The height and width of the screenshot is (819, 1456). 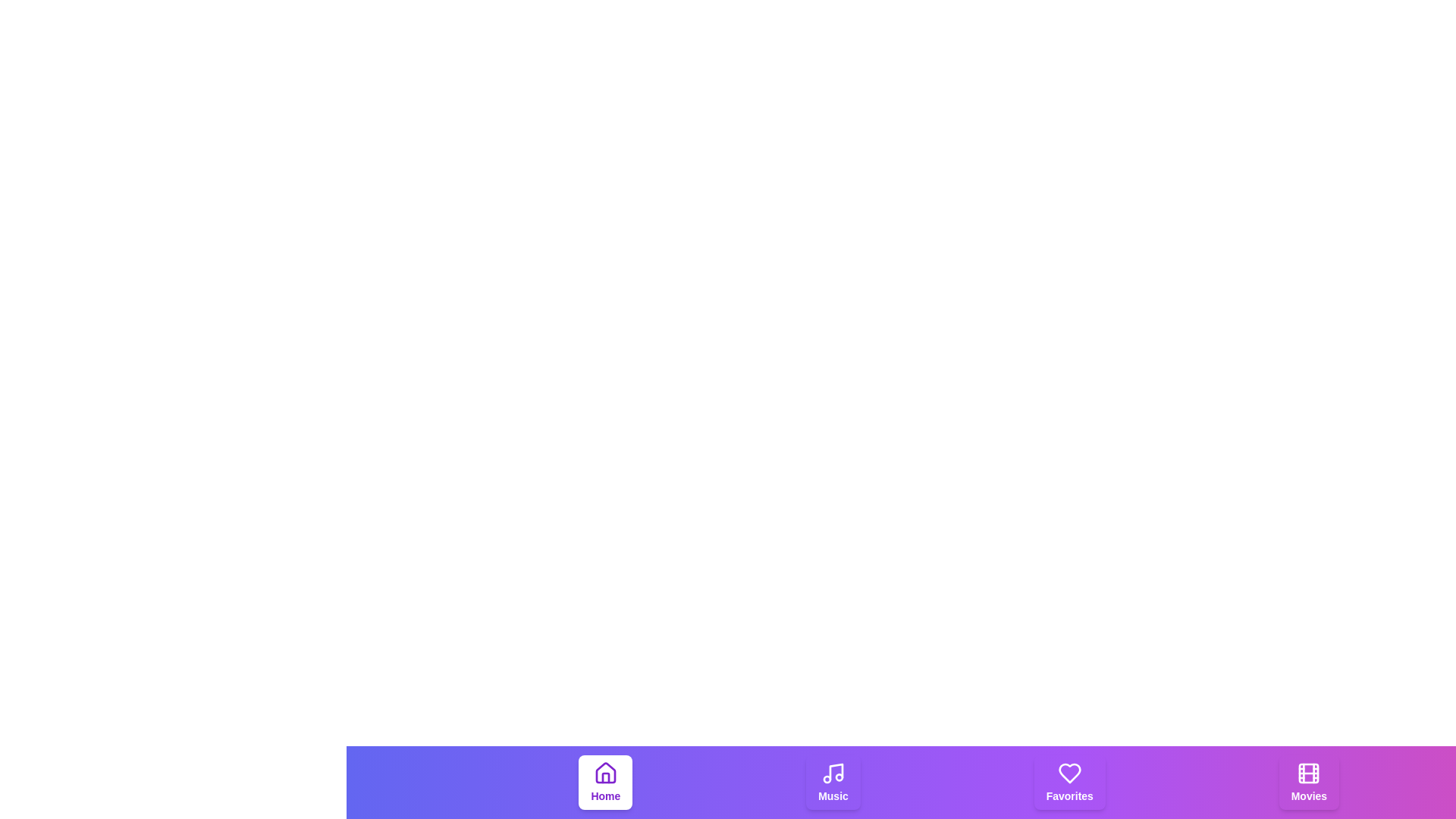 What do you see at coordinates (833, 783) in the screenshot?
I see `the tab labeled Music` at bounding box center [833, 783].